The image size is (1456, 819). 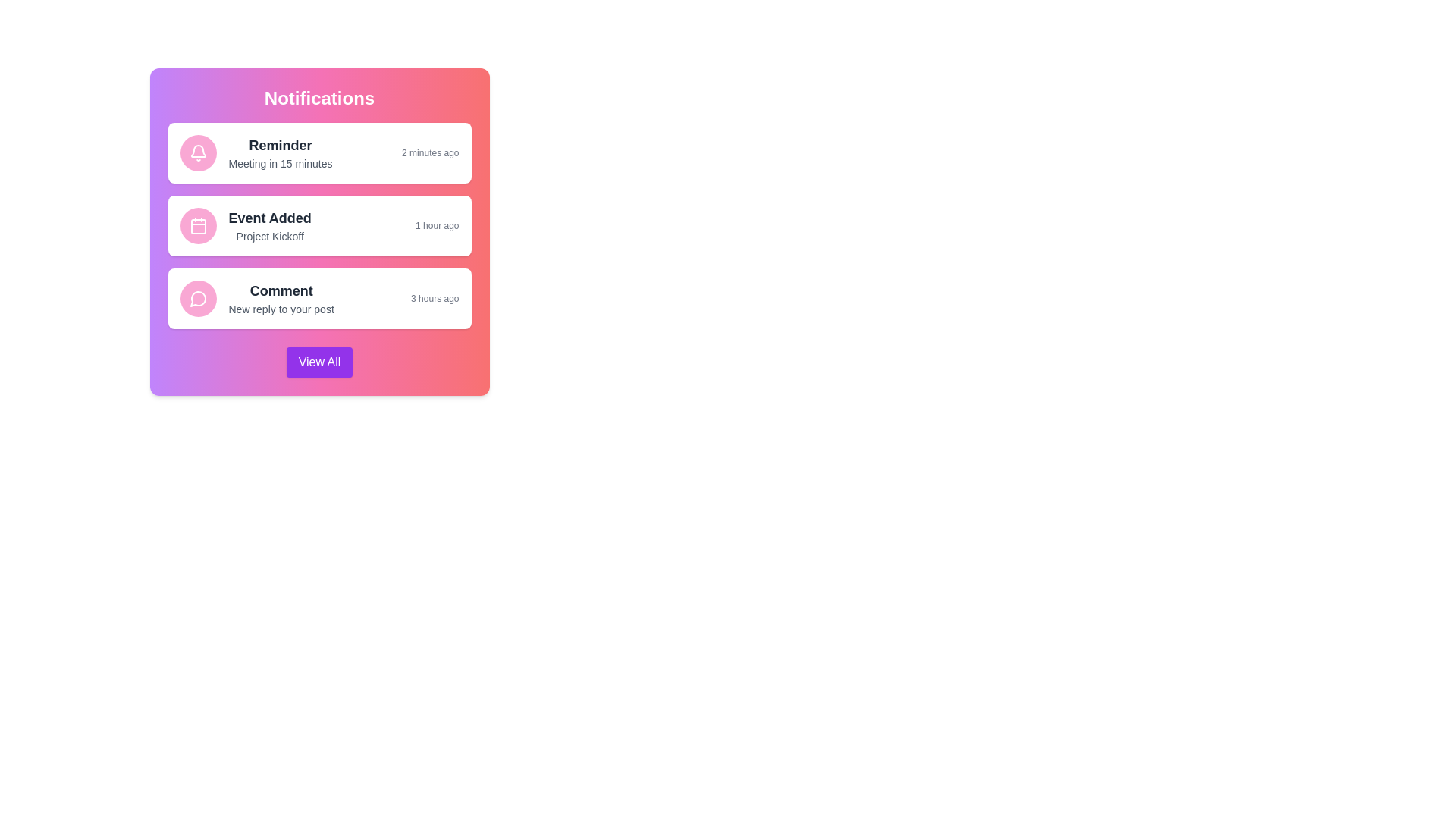 What do you see at coordinates (318, 225) in the screenshot?
I see `the notification item corresponding to Event Added to highlight it` at bounding box center [318, 225].